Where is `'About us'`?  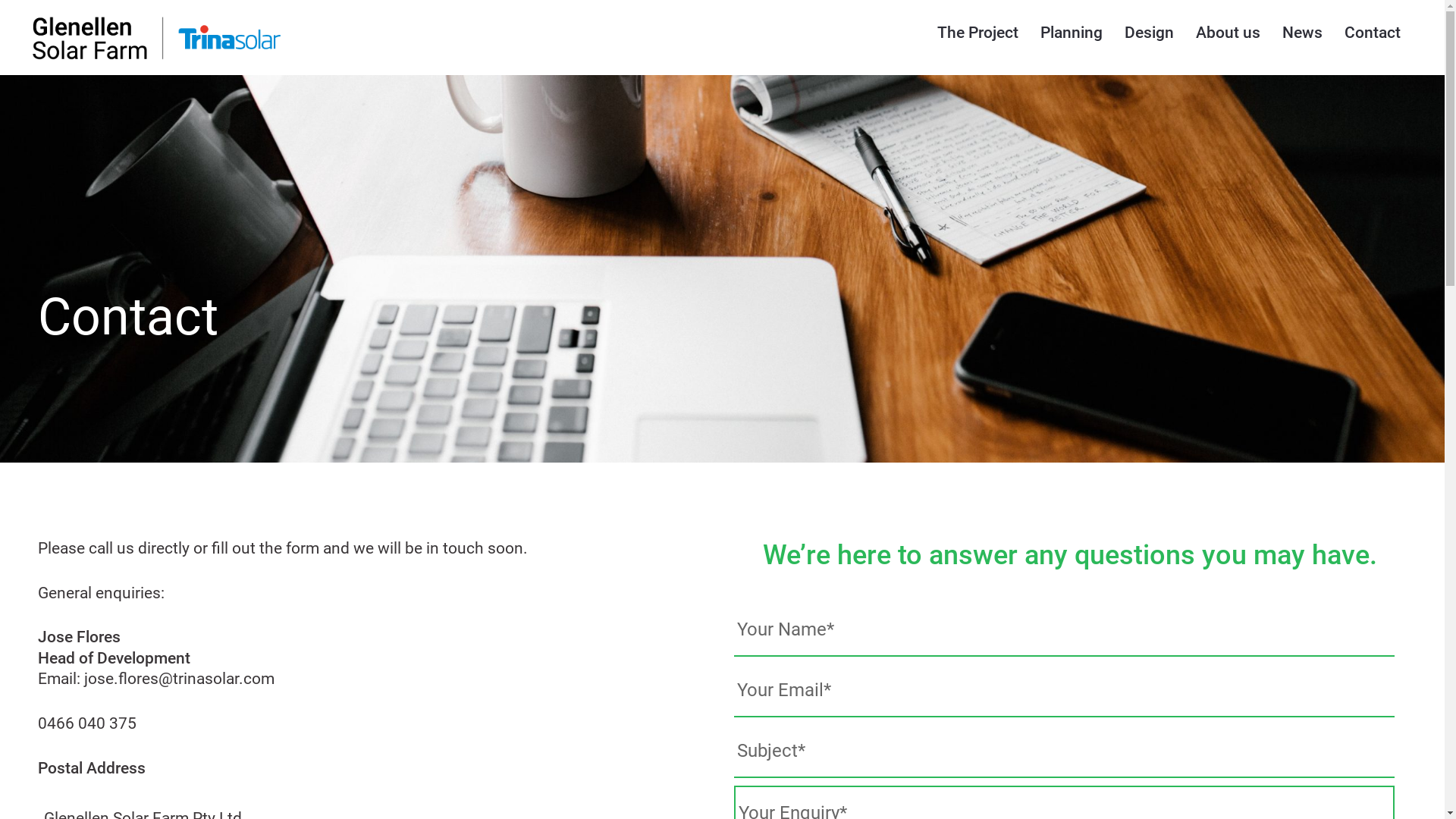
'About us' is located at coordinates (1195, 32).